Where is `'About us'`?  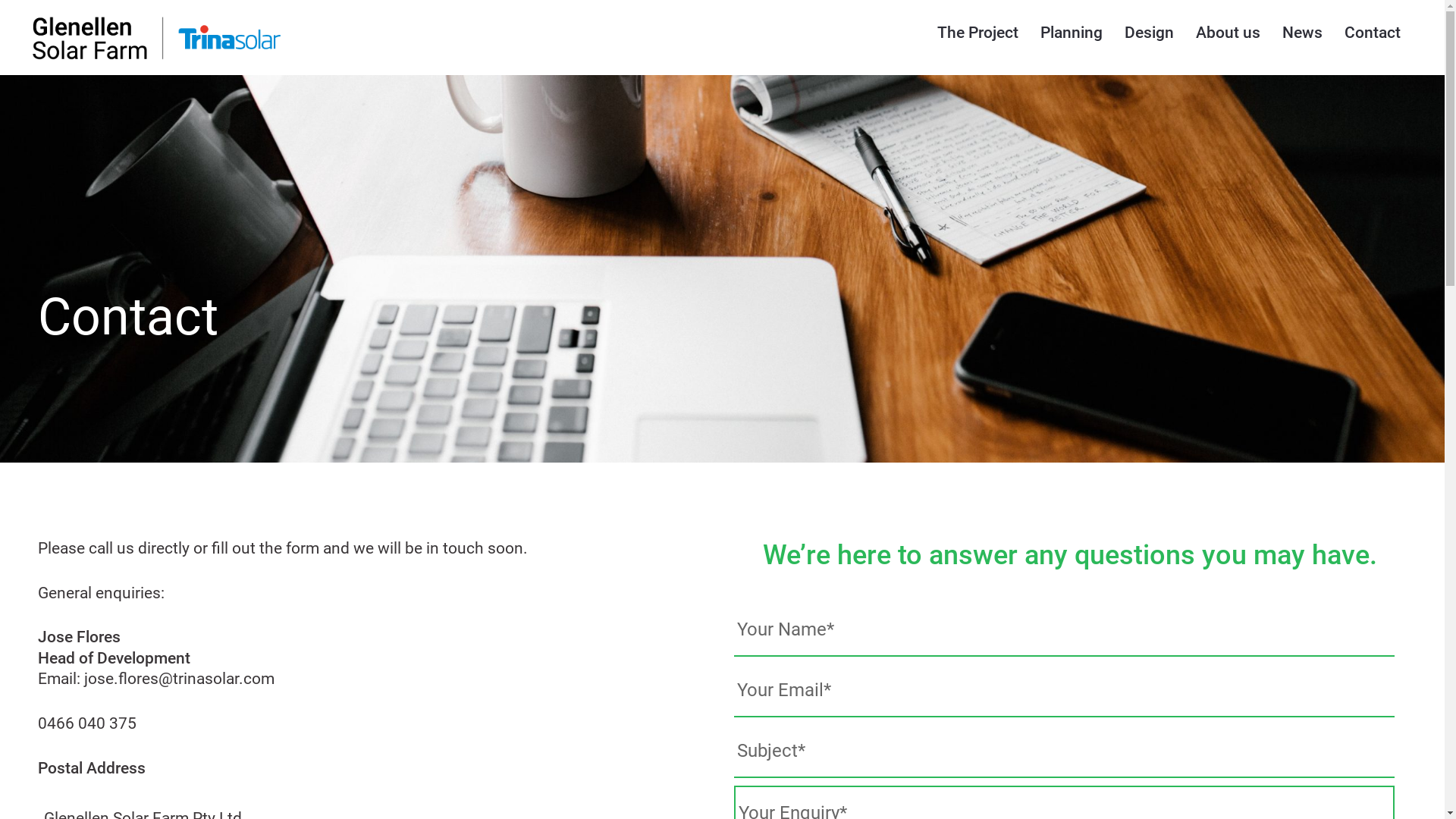
'About us' is located at coordinates (1195, 32).